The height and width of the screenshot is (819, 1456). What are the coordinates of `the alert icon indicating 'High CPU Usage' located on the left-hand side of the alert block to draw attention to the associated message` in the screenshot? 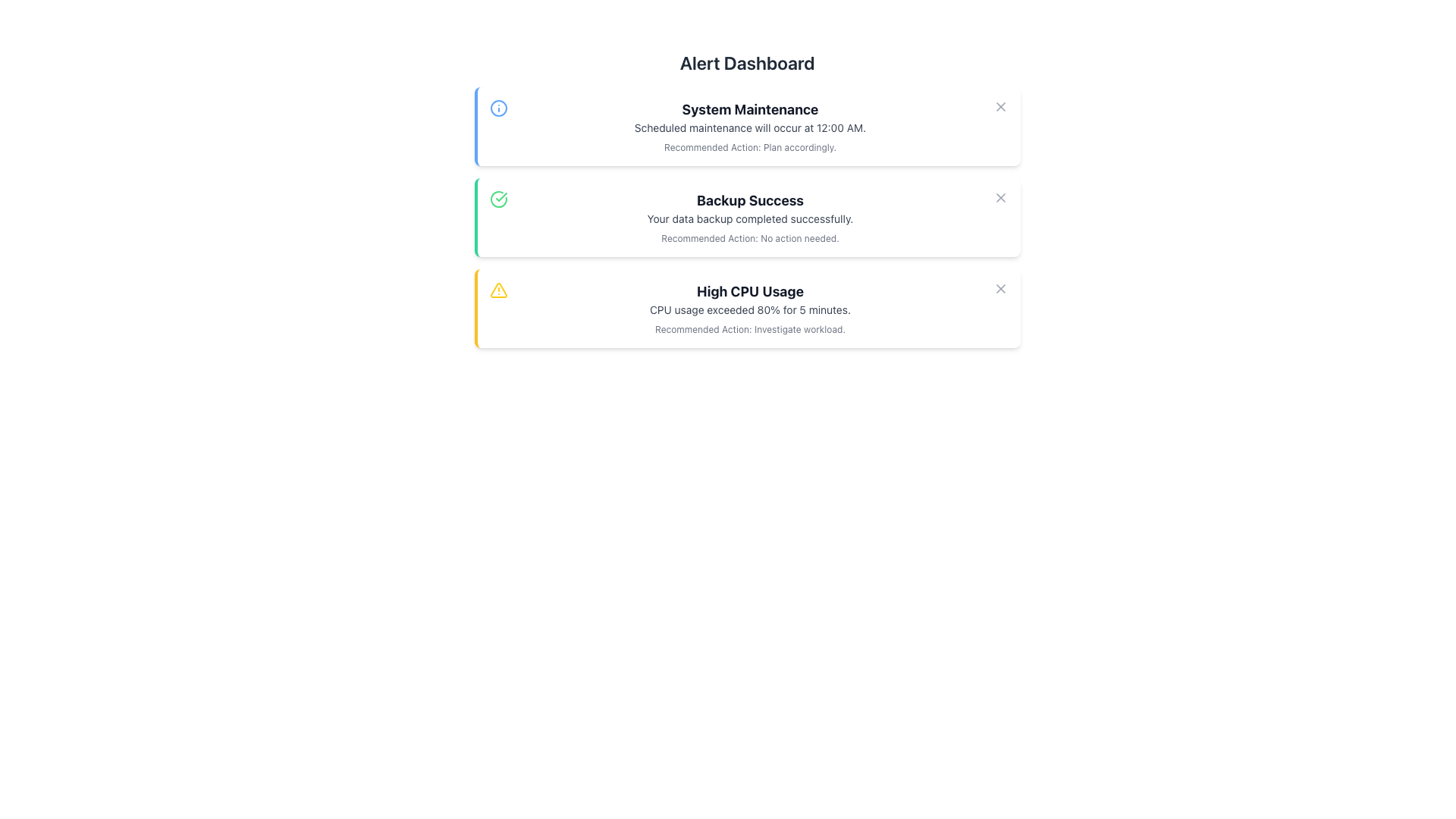 It's located at (498, 290).